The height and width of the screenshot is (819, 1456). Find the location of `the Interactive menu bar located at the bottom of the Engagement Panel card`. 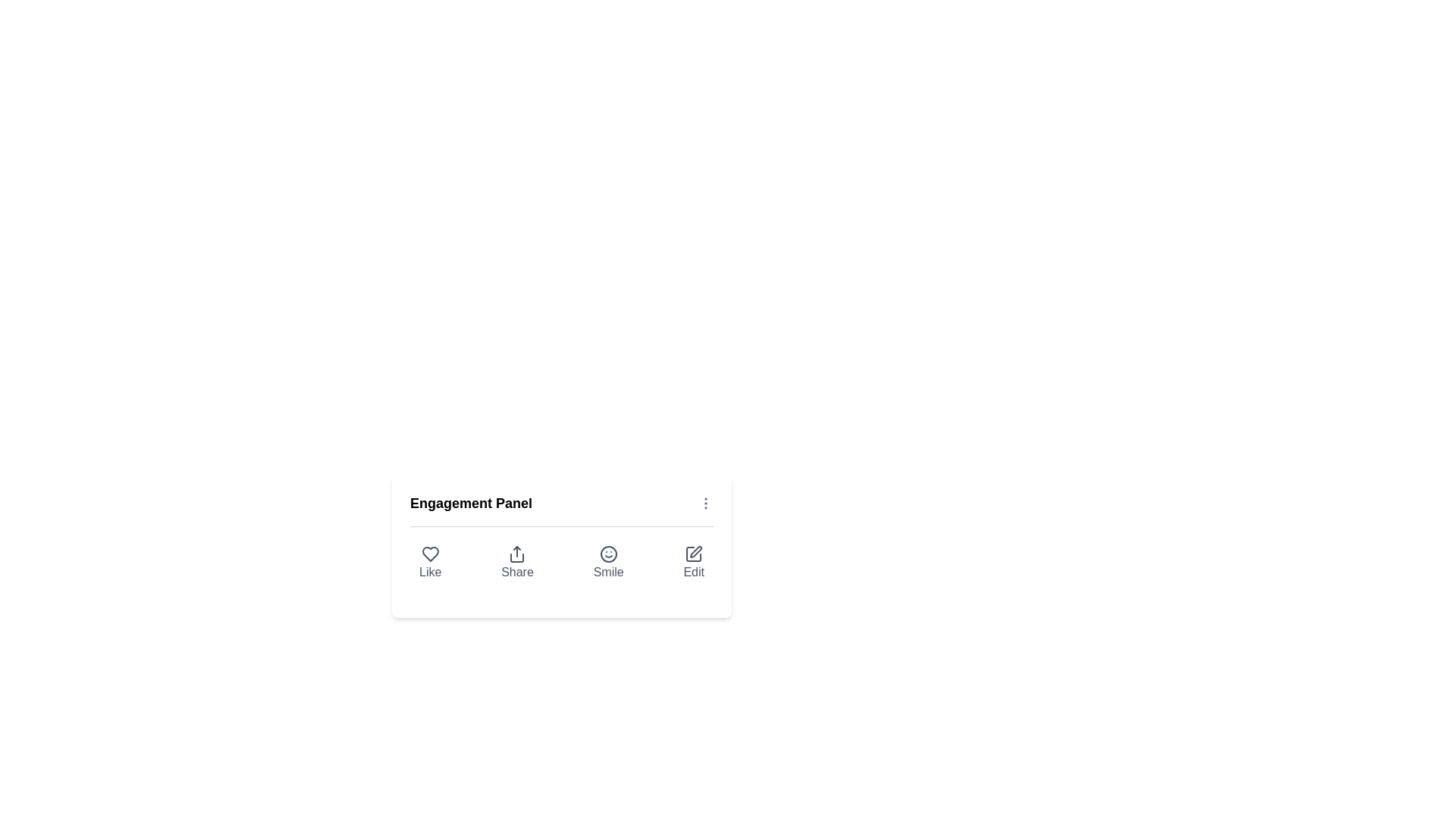

the Interactive menu bar located at the bottom of the Engagement Panel card is located at coordinates (560, 563).